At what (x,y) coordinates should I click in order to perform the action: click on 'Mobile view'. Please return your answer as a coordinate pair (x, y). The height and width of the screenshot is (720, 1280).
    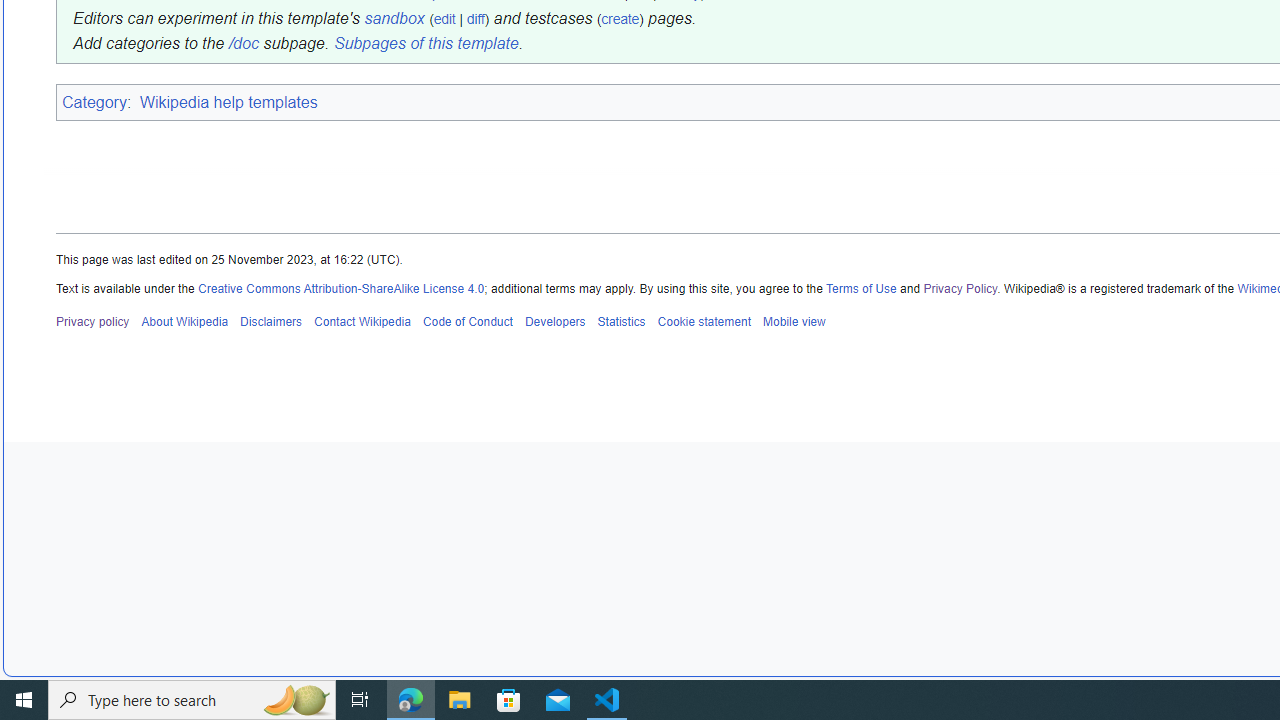
    Looking at the image, I should click on (792, 320).